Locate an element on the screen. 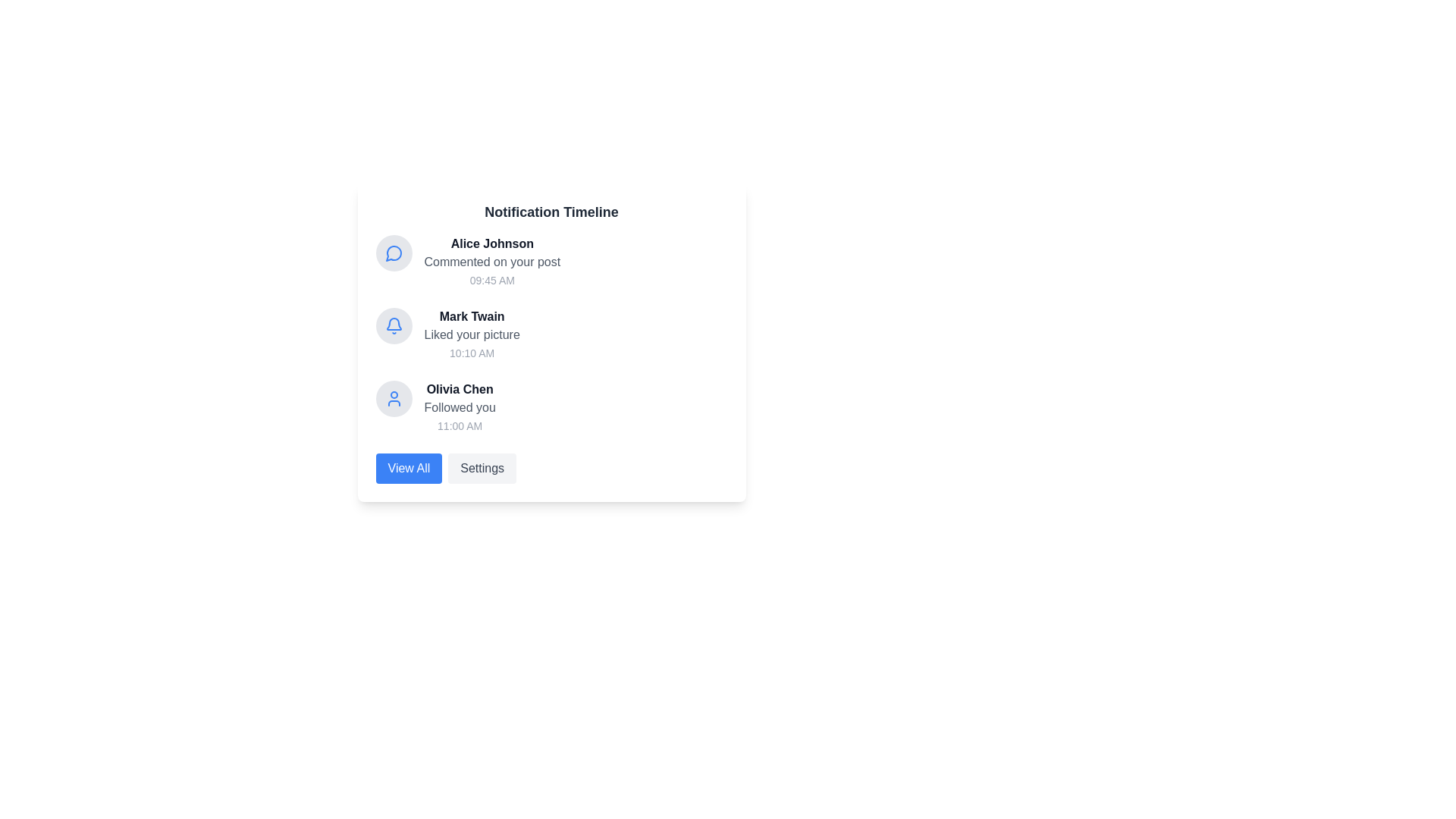 The height and width of the screenshot is (819, 1456). the static text displaying the name of the user who performed an action in the third entry of the notification timeline is located at coordinates (459, 388).